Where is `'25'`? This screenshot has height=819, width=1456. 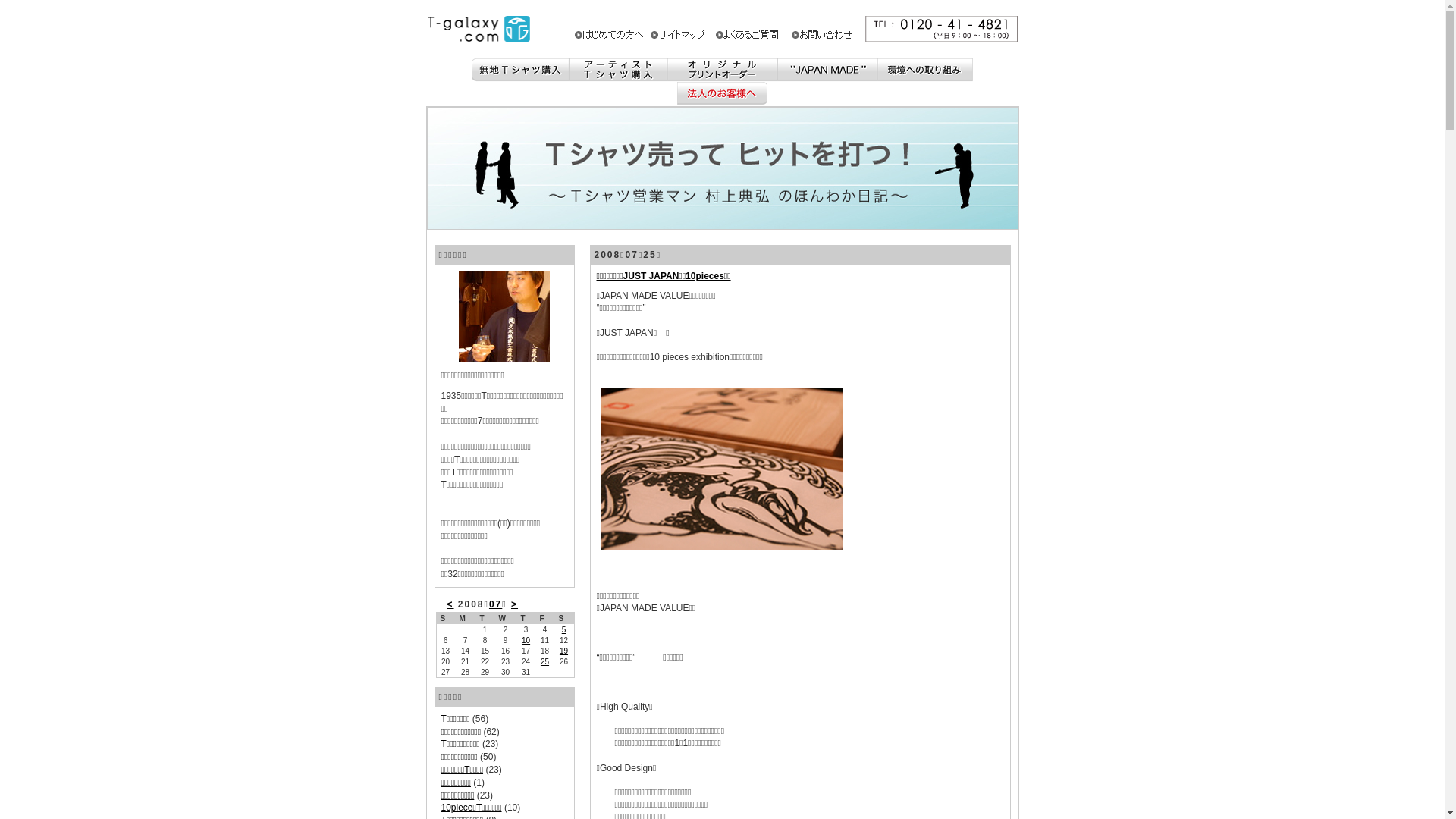
'25' is located at coordinates (544, 661).